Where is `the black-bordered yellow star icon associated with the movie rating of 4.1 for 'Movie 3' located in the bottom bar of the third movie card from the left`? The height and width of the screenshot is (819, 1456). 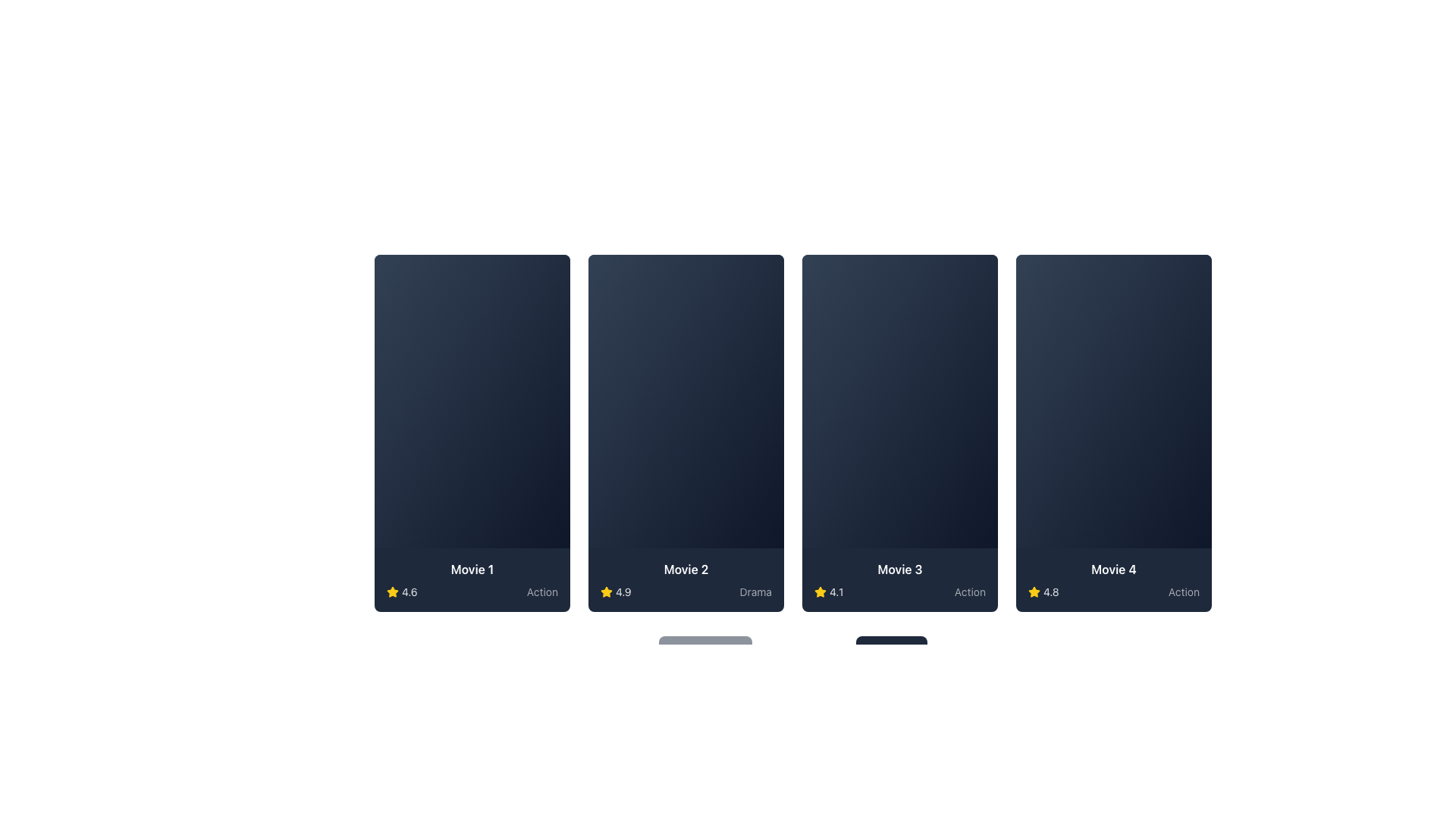 the black-bordered yellow star icon associated with the movie rating of 4.1 for 'Movie 3' located in the bottom bar of the third movie card from the left is located at coordinates (607, 591).